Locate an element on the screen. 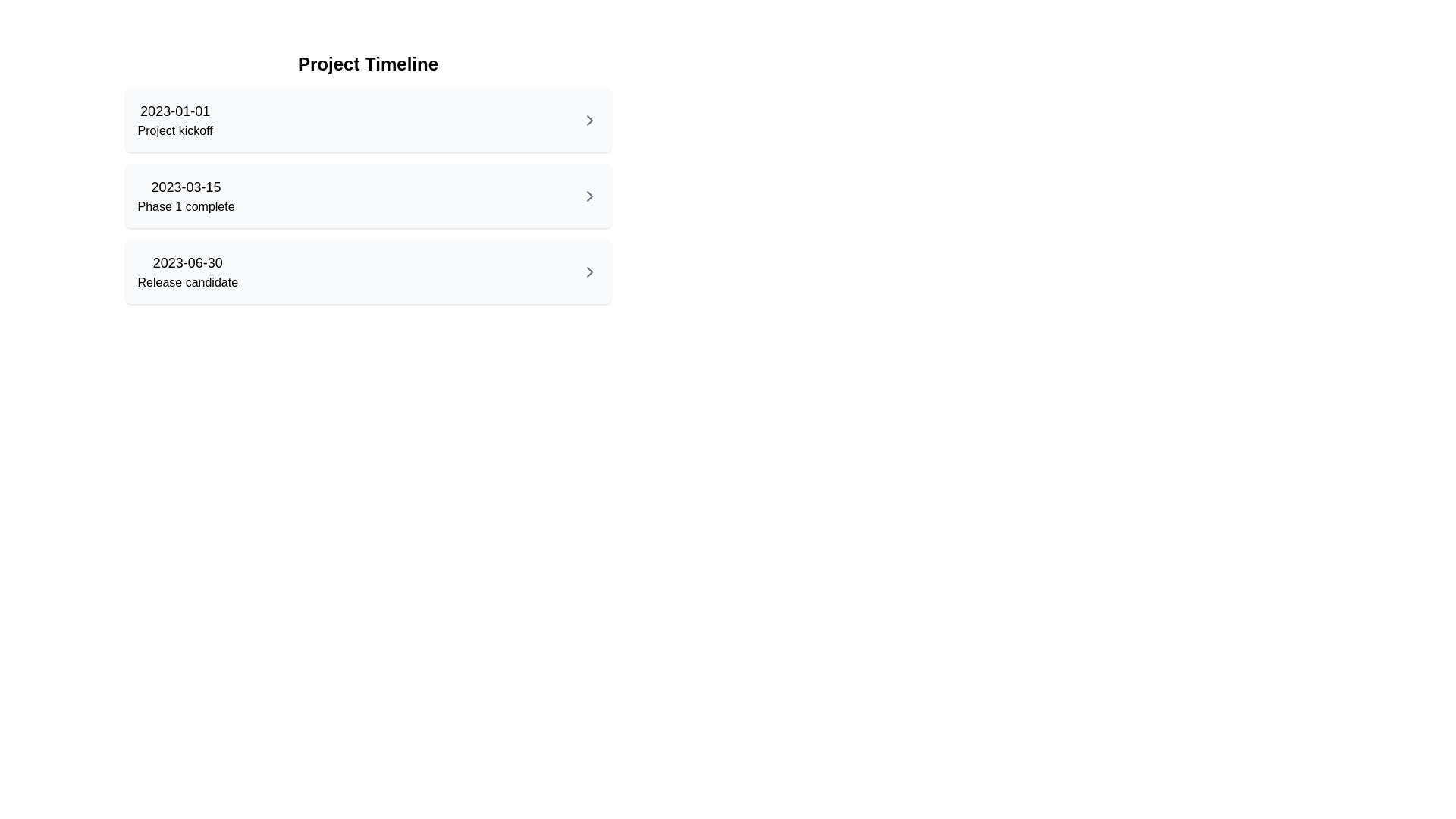 The image size is (1456, 819). the first text block in the project timeline, which indicates the starting date of the project and is located in the first row of a vertically aligned list under the title 'Project Timeline' is located at coordinates (175, 119).